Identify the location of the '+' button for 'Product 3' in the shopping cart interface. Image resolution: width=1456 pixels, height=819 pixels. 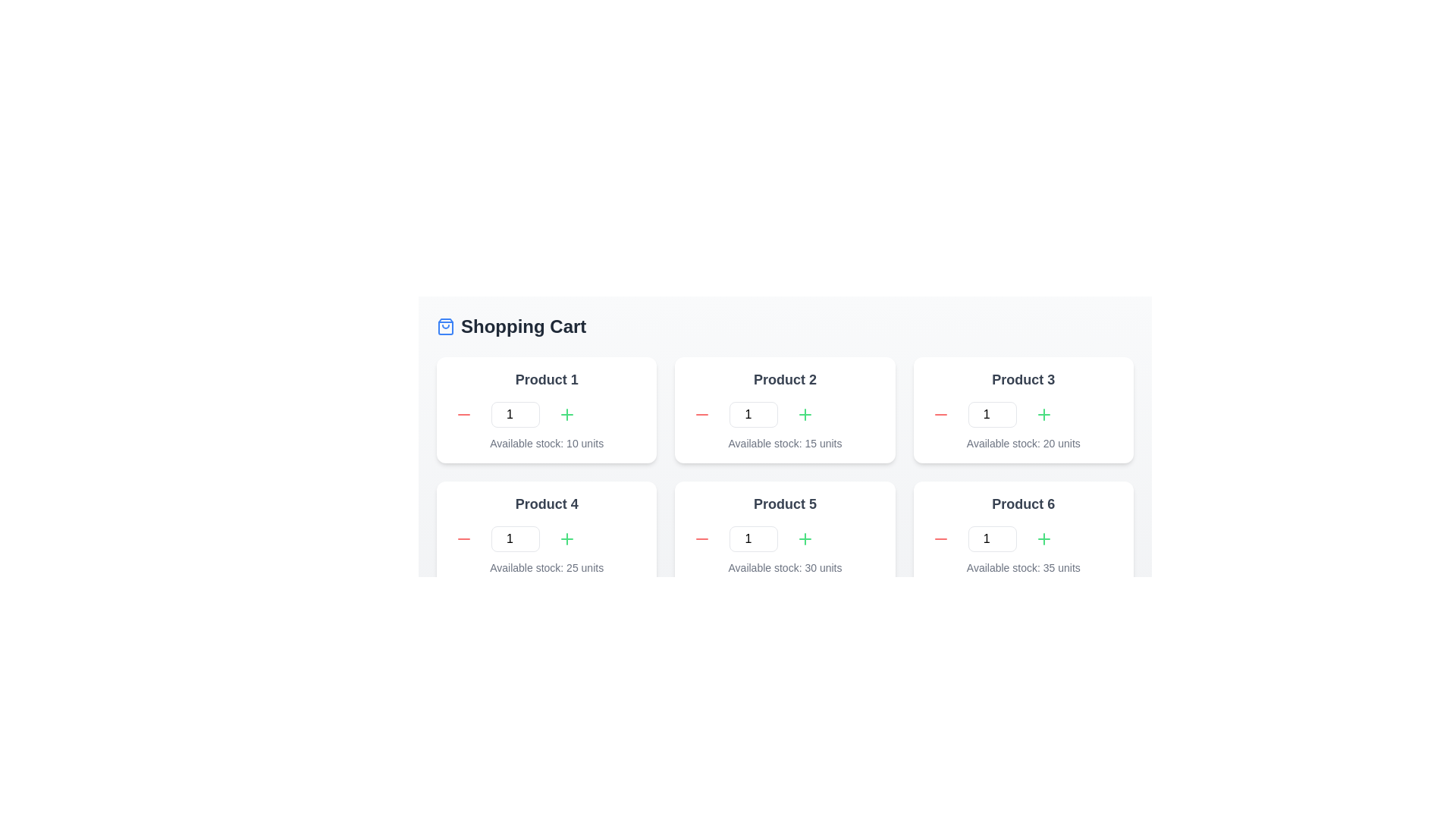
(1043, 415).